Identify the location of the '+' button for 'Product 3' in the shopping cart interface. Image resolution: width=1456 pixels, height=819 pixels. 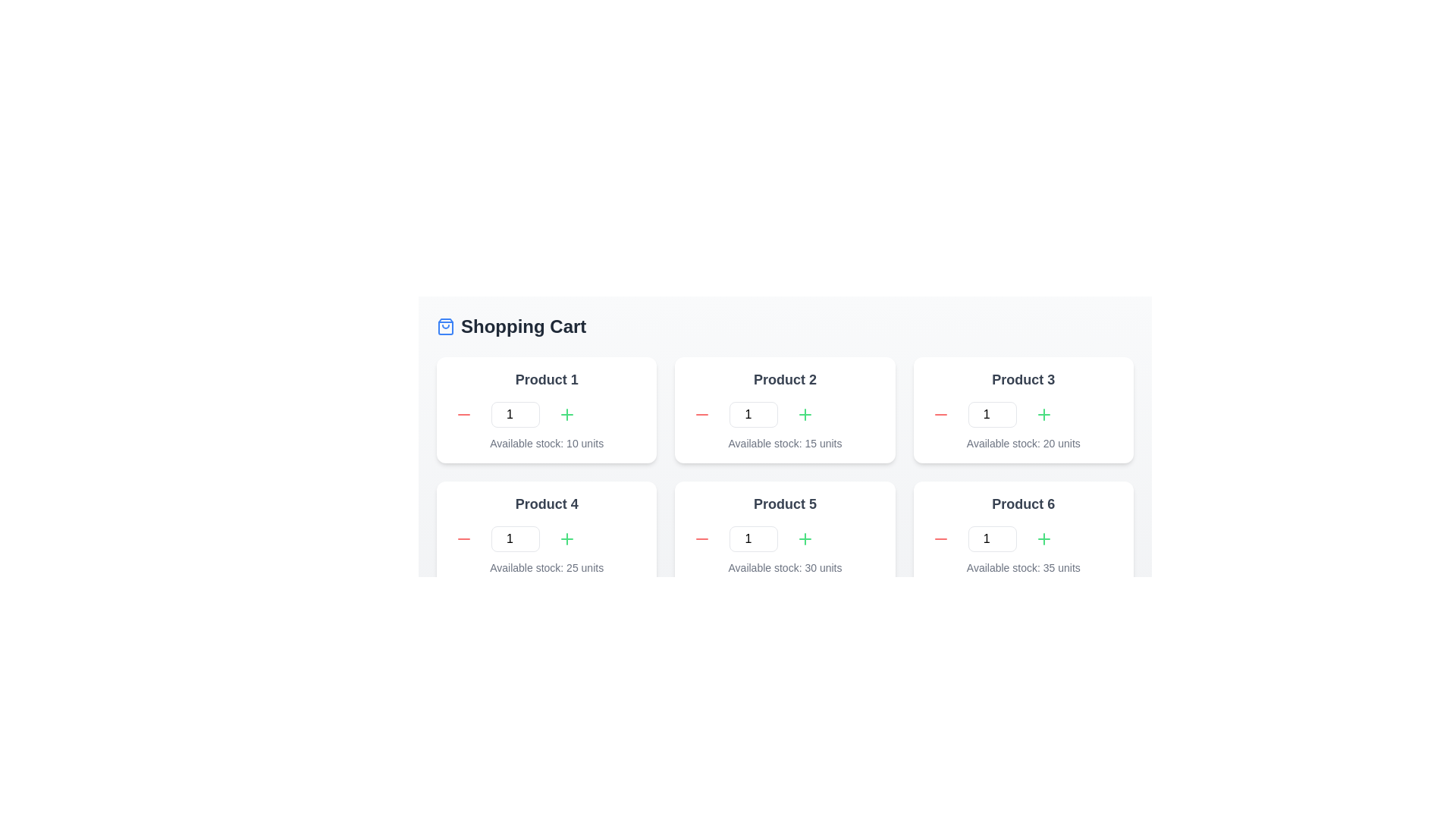
(1043, 415).